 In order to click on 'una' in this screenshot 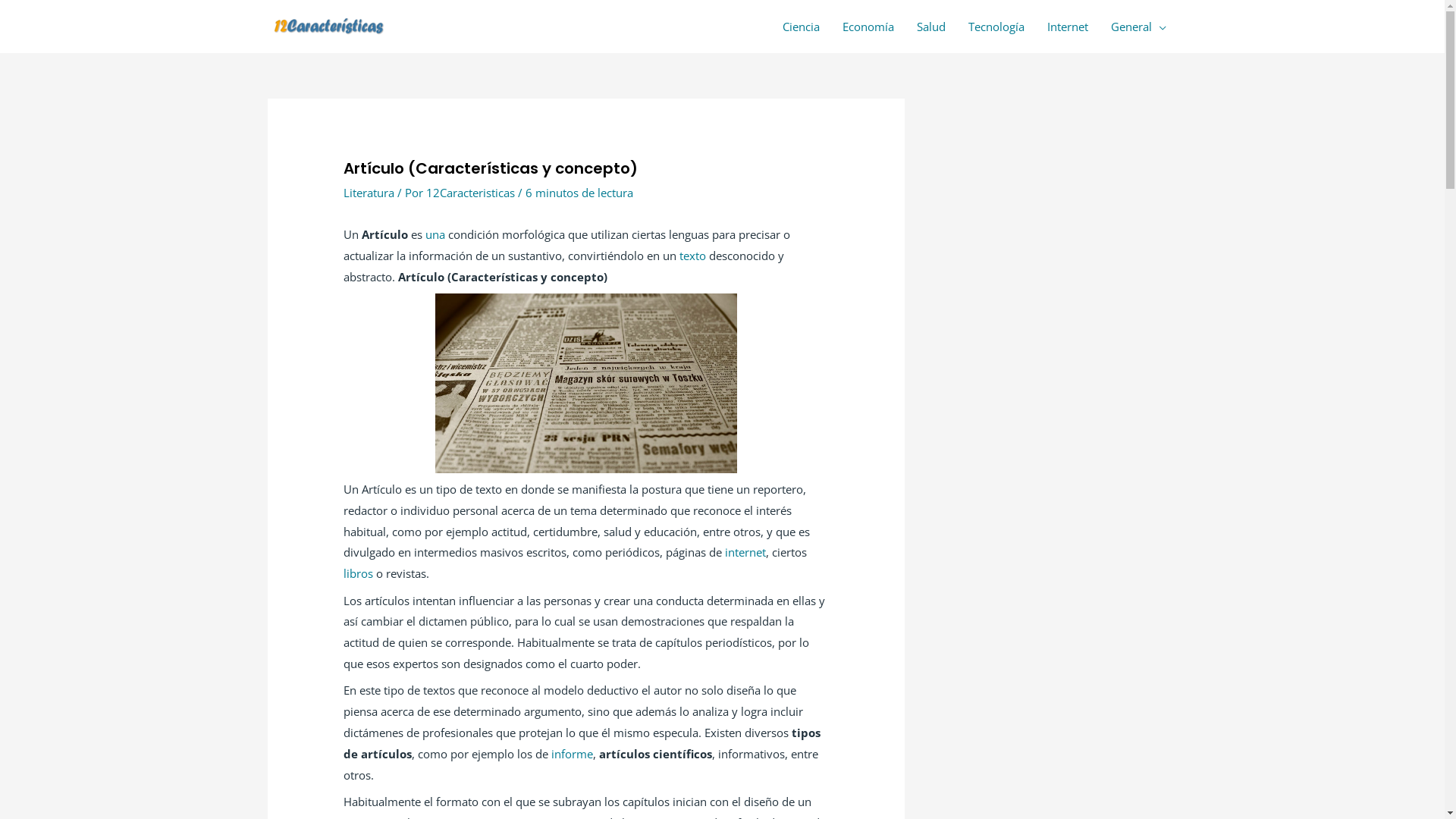, I will do `click(425, 234)`.